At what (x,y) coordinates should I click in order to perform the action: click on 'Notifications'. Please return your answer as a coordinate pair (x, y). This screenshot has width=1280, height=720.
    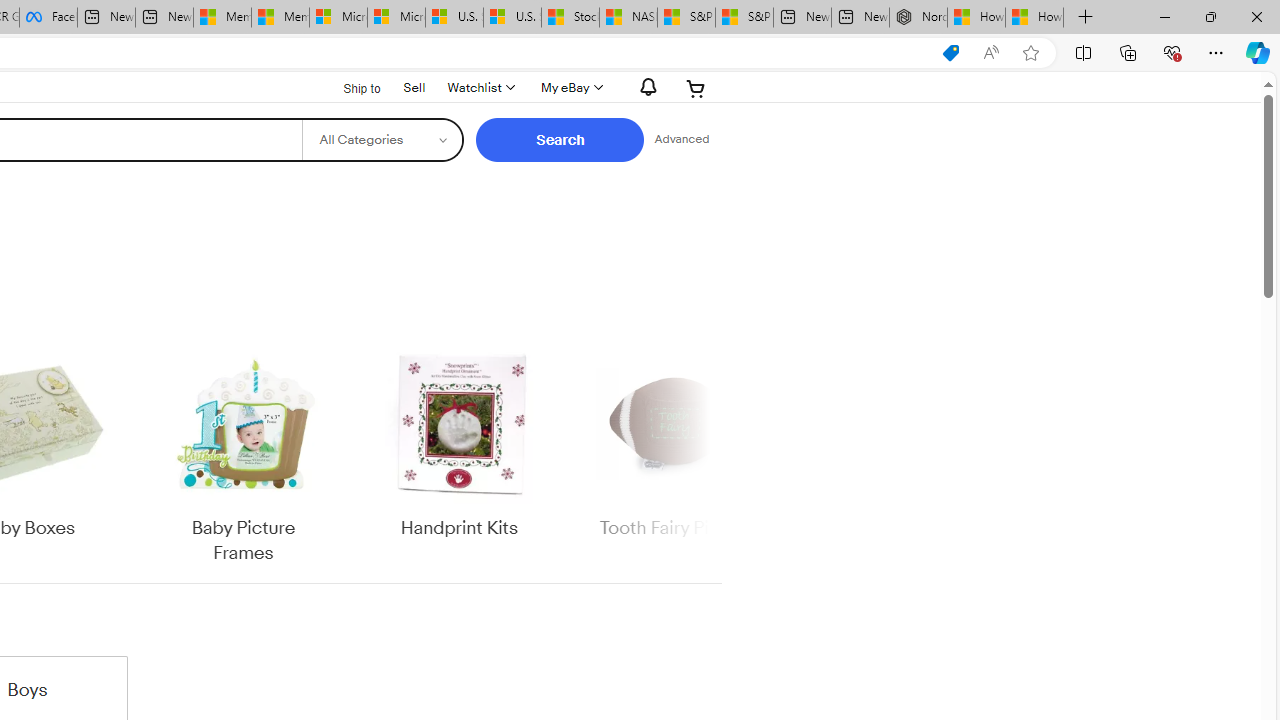
    Looking at the image, I should click on (643, 86).